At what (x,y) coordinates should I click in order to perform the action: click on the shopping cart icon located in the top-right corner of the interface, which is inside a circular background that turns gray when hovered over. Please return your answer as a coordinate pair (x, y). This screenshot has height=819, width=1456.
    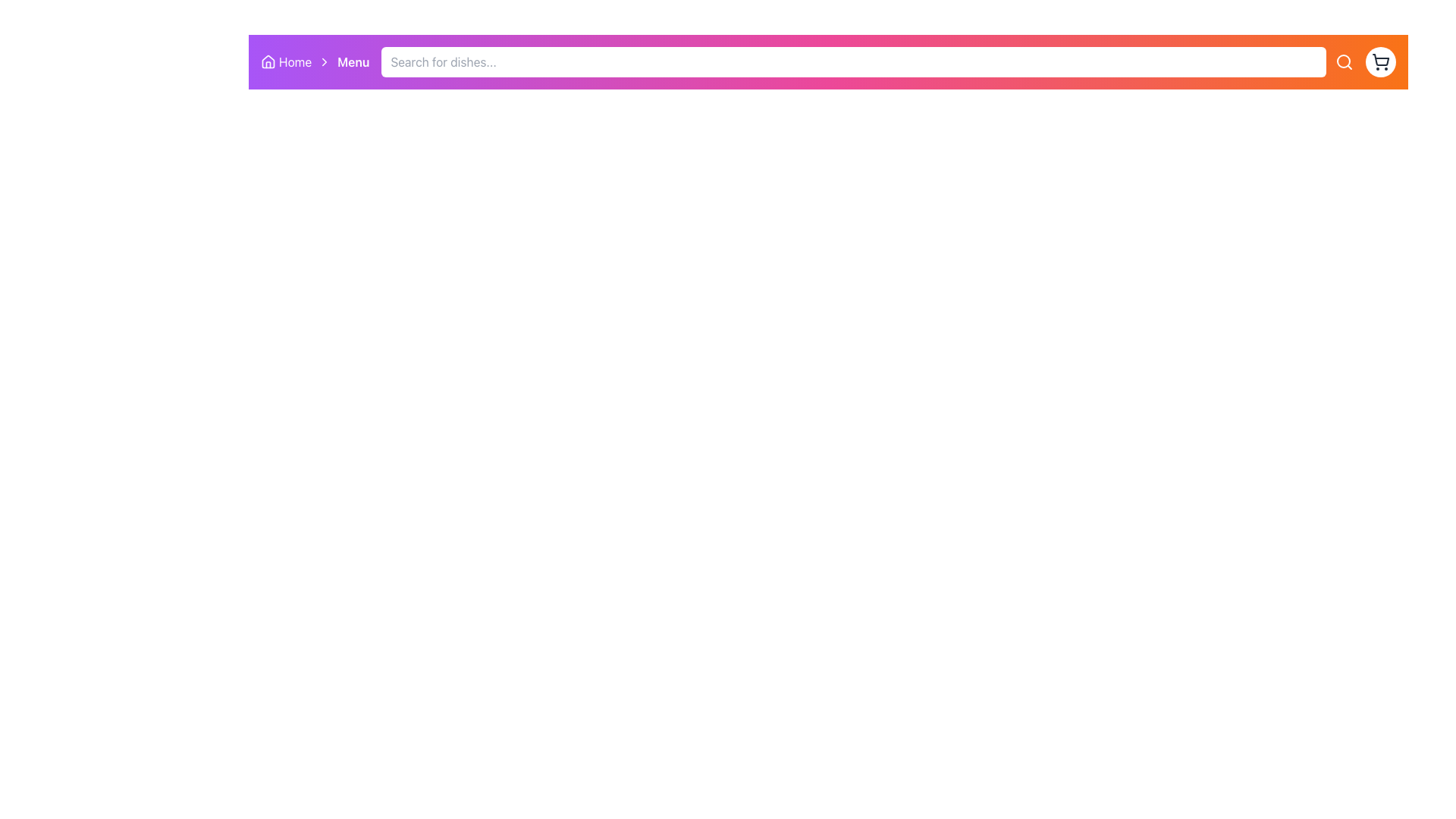
    Looking at the image, I should click on (1380, 61).